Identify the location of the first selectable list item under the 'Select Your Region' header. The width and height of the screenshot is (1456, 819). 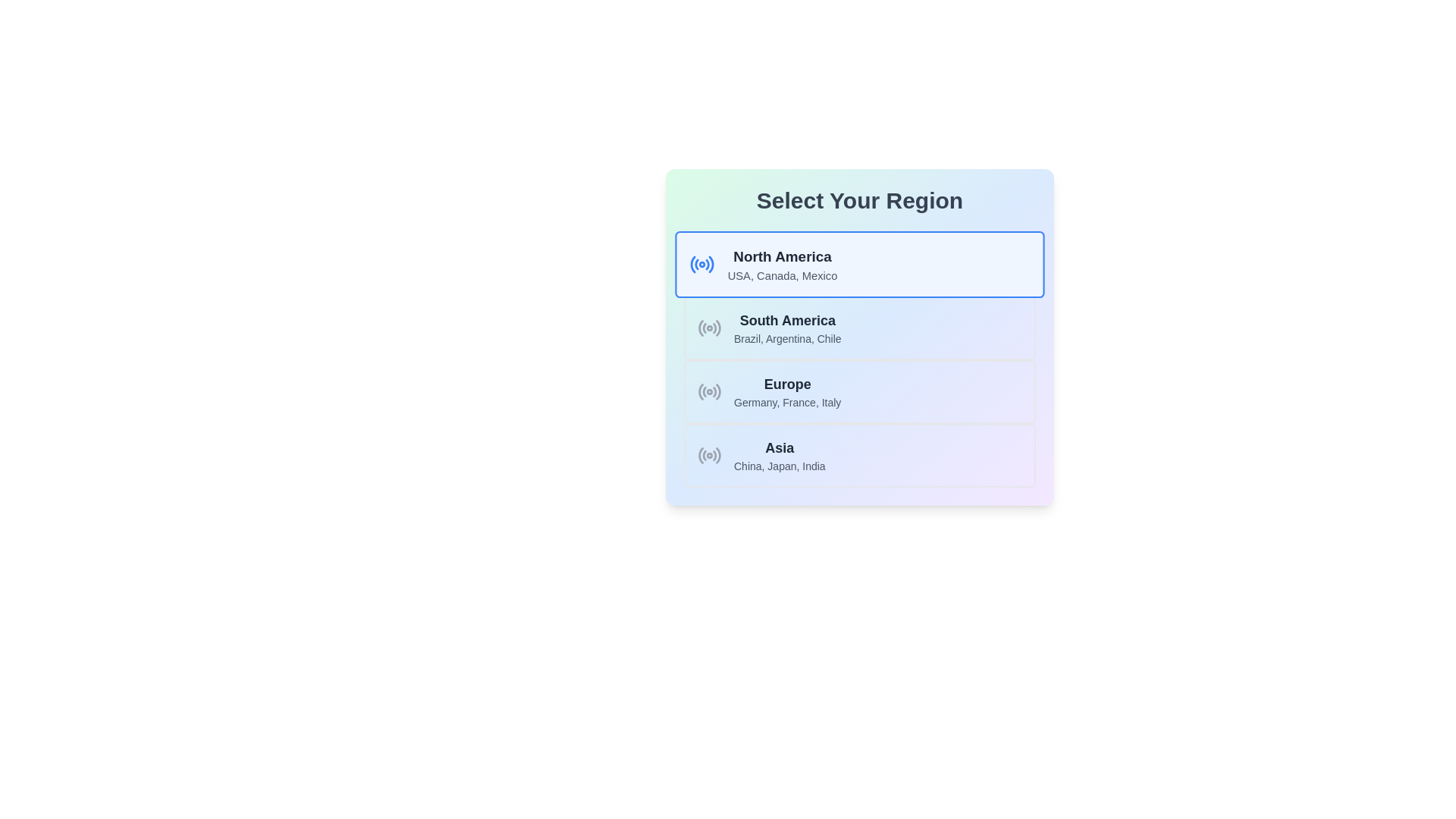
(859, 263).